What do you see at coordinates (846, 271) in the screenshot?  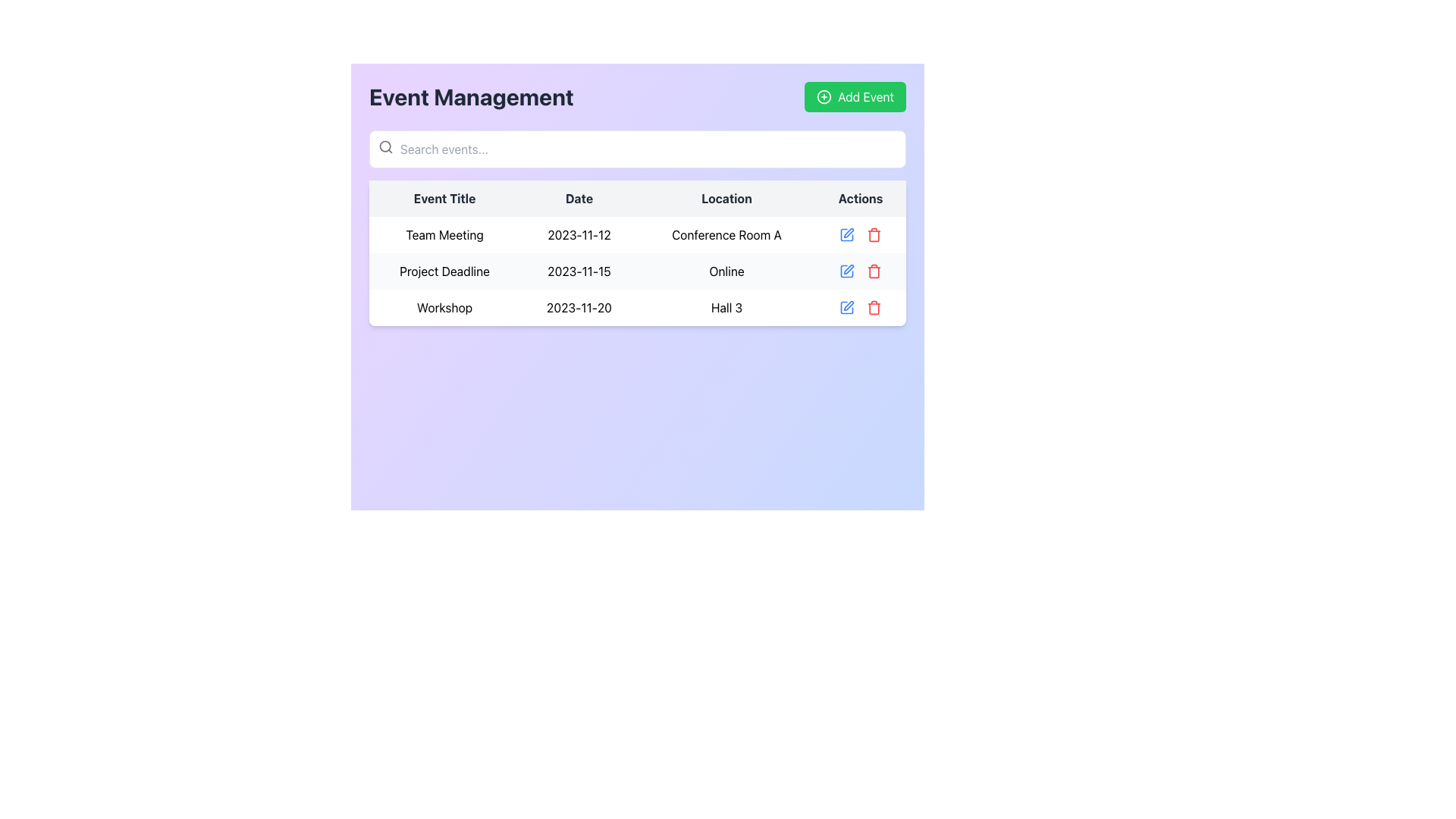 I see `the edit button in the Actions column of the second row associated with the 'Project Deadline' entry to change its color` at bounding box center [846, 271].